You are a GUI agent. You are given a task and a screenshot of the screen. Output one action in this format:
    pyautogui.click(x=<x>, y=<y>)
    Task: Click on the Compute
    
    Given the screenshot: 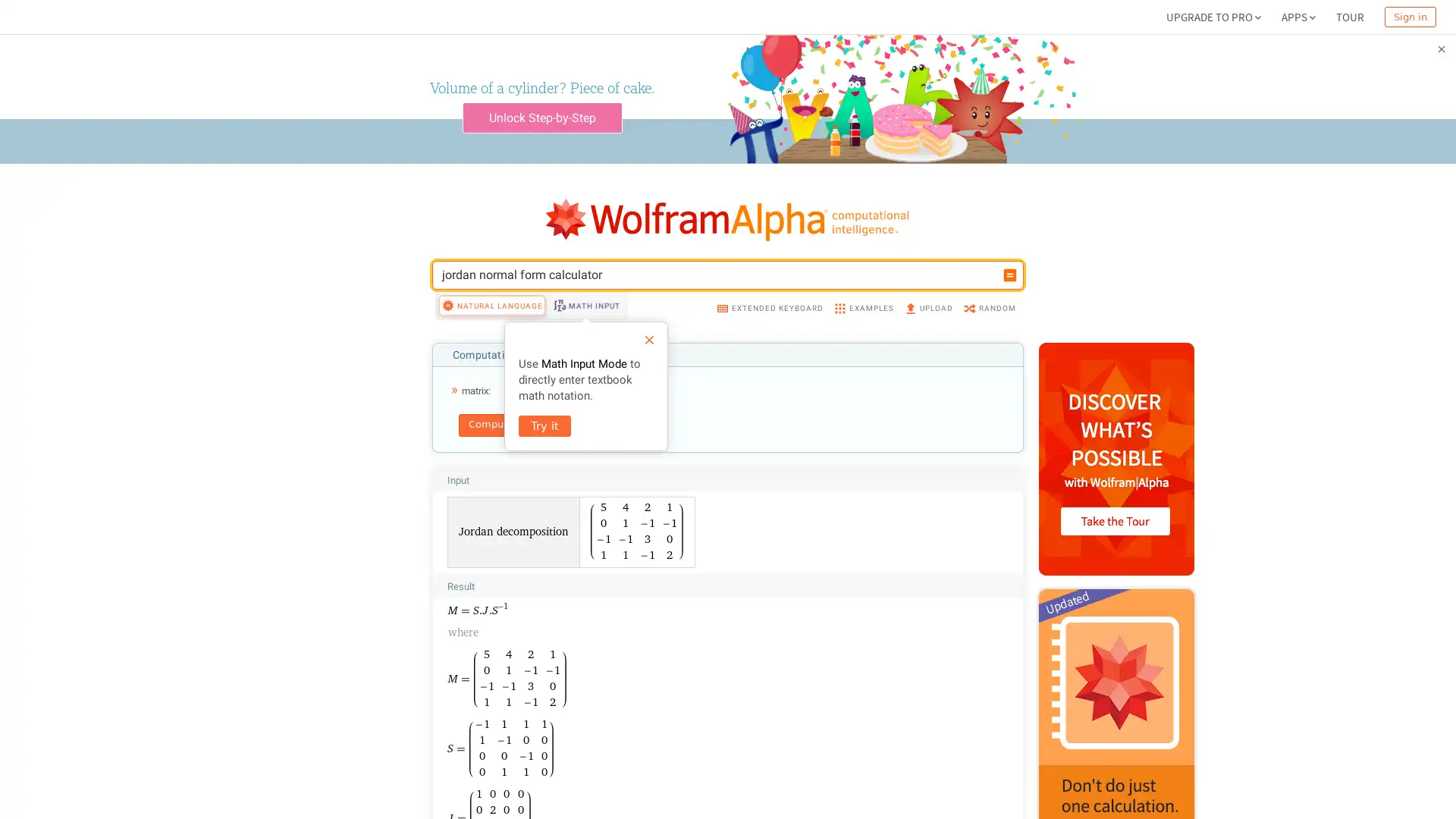 What is the action you would take?
    pyautogui.click(x=491, y=425)
    